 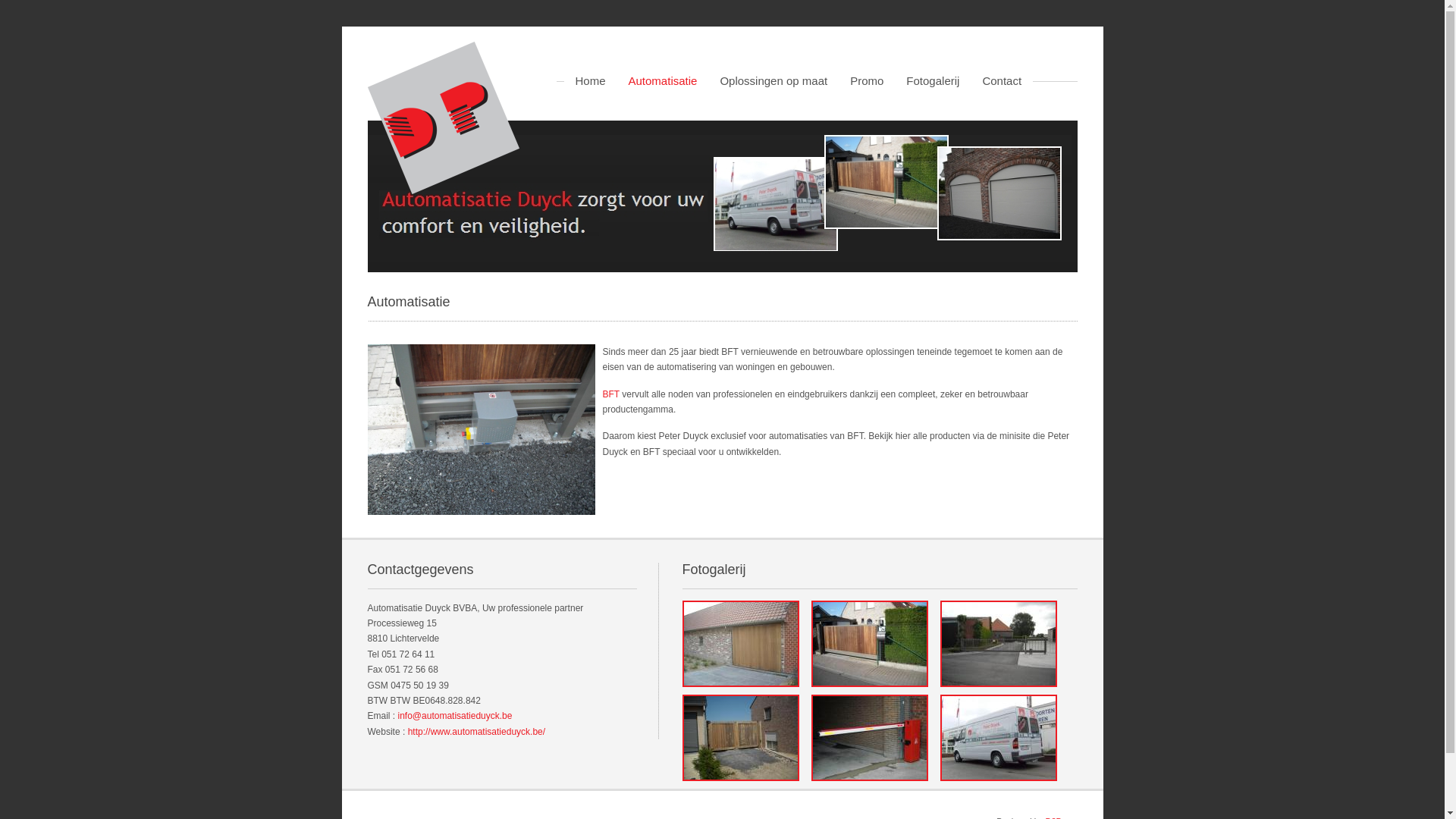 I want to click on 'http://www.automatisatieduyck.be/', so click(x=475, y=730).